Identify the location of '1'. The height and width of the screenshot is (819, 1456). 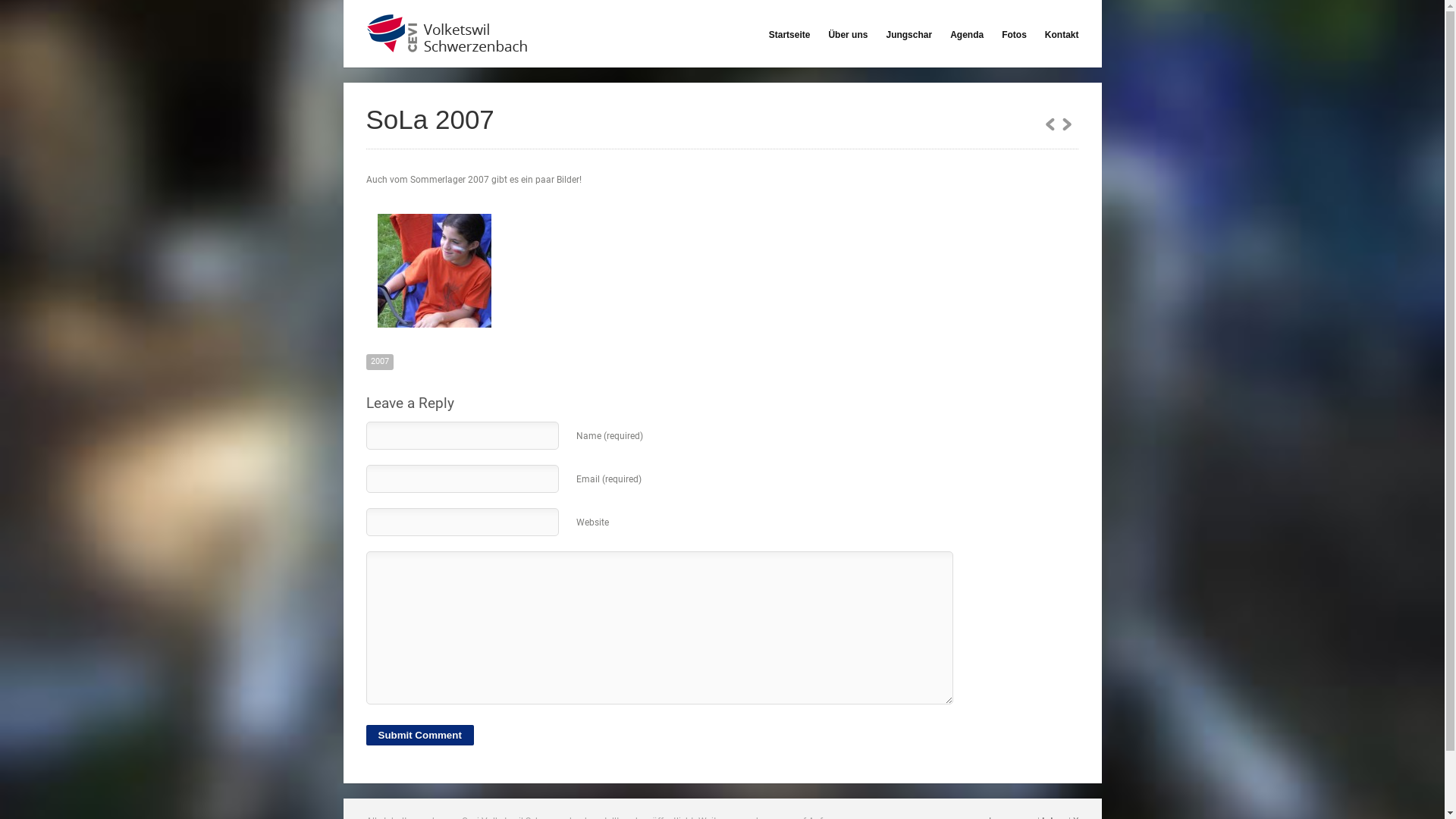
(1065, 122).